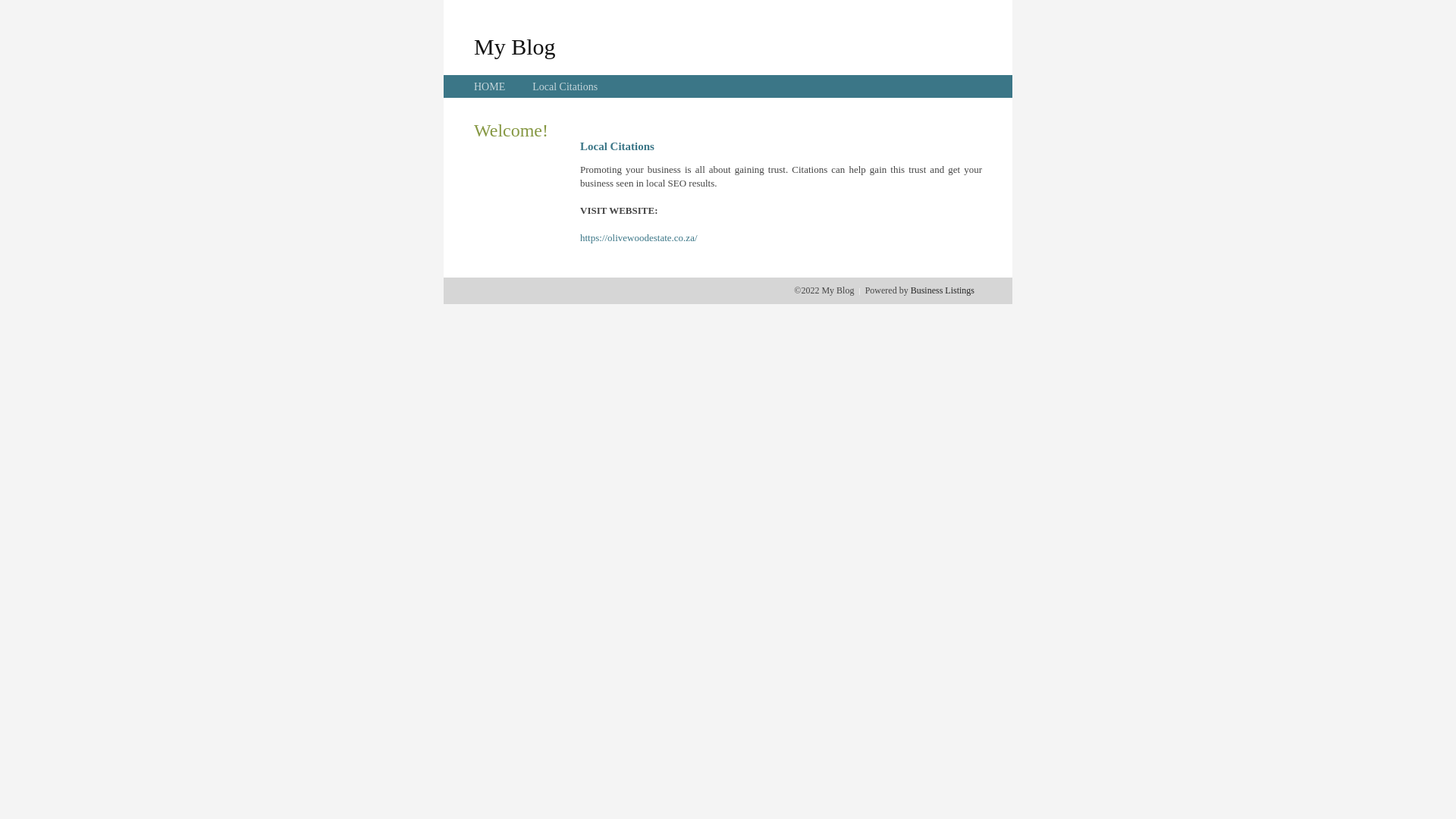 Image resolution: width=1456 pixels, height=819 pixels. I want to click on 'https://olivewoodestate.co.za/', so click(639, 237).